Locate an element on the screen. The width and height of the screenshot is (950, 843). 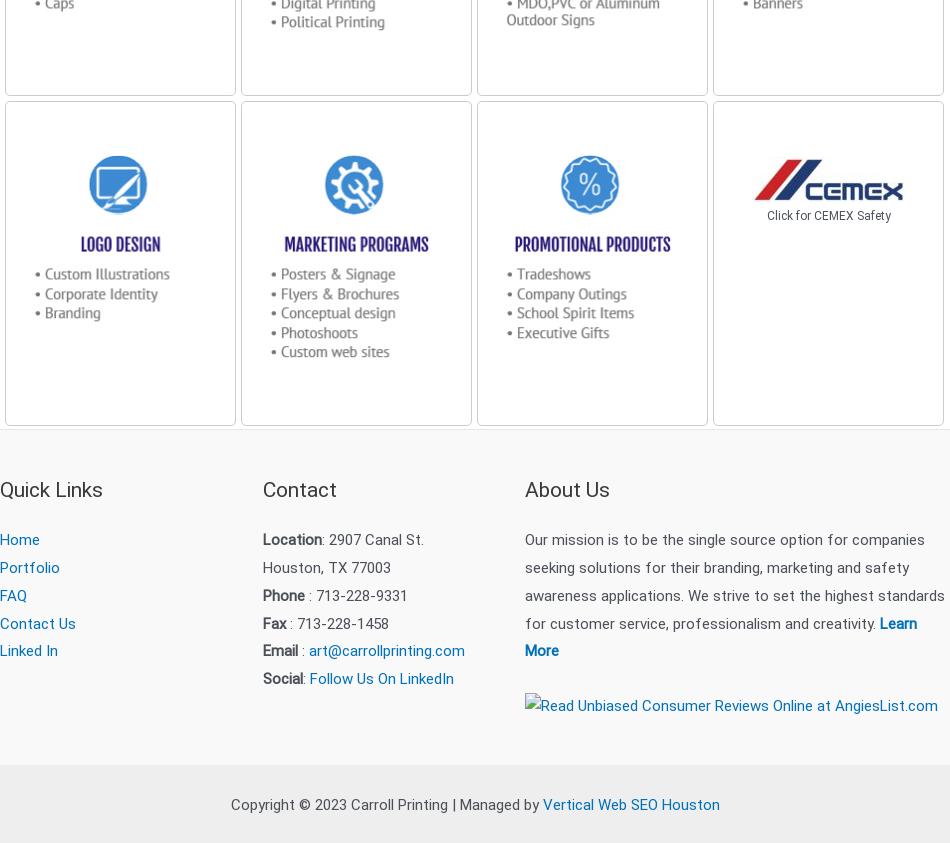
'Portfolio' is located at coordinates (30, 566).